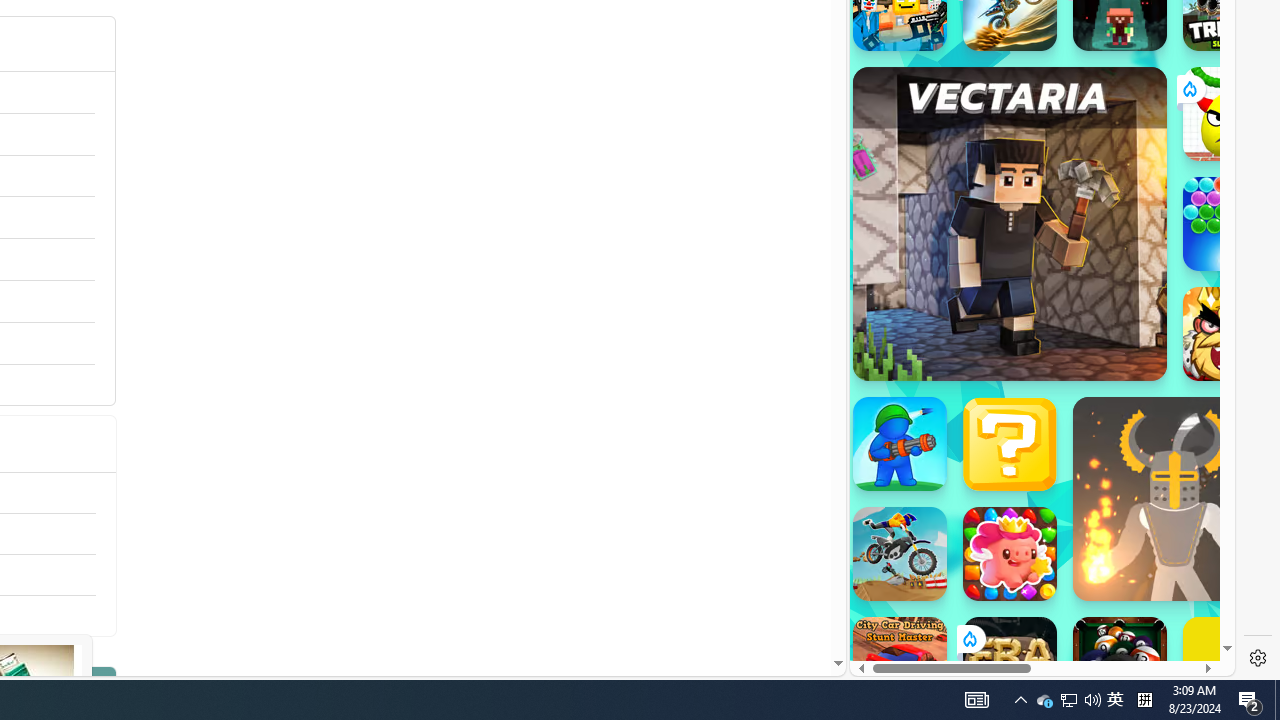 The height and width of the screenshot is (720, 1280). What do you see at coordinates (1175, 497) in the screenshot?
I see `'Ragdoll Hit Ragdoll Hit'` at bounding box center [1175, 497].